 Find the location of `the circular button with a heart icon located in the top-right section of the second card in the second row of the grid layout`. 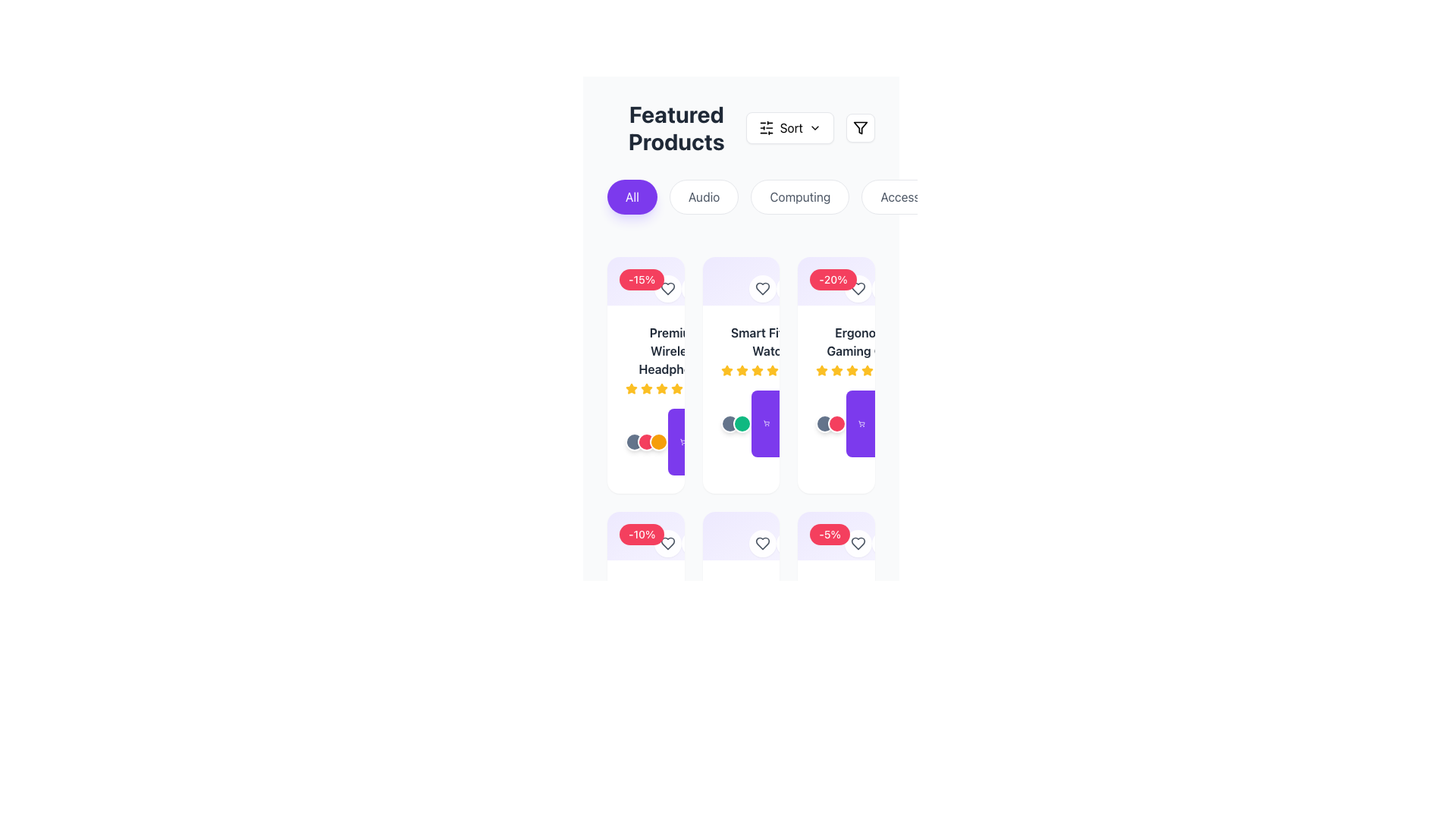

the circular button with a heart icon located in the top-right section of the second card in the second row of the grid layout is located at coordinates (763, 543).